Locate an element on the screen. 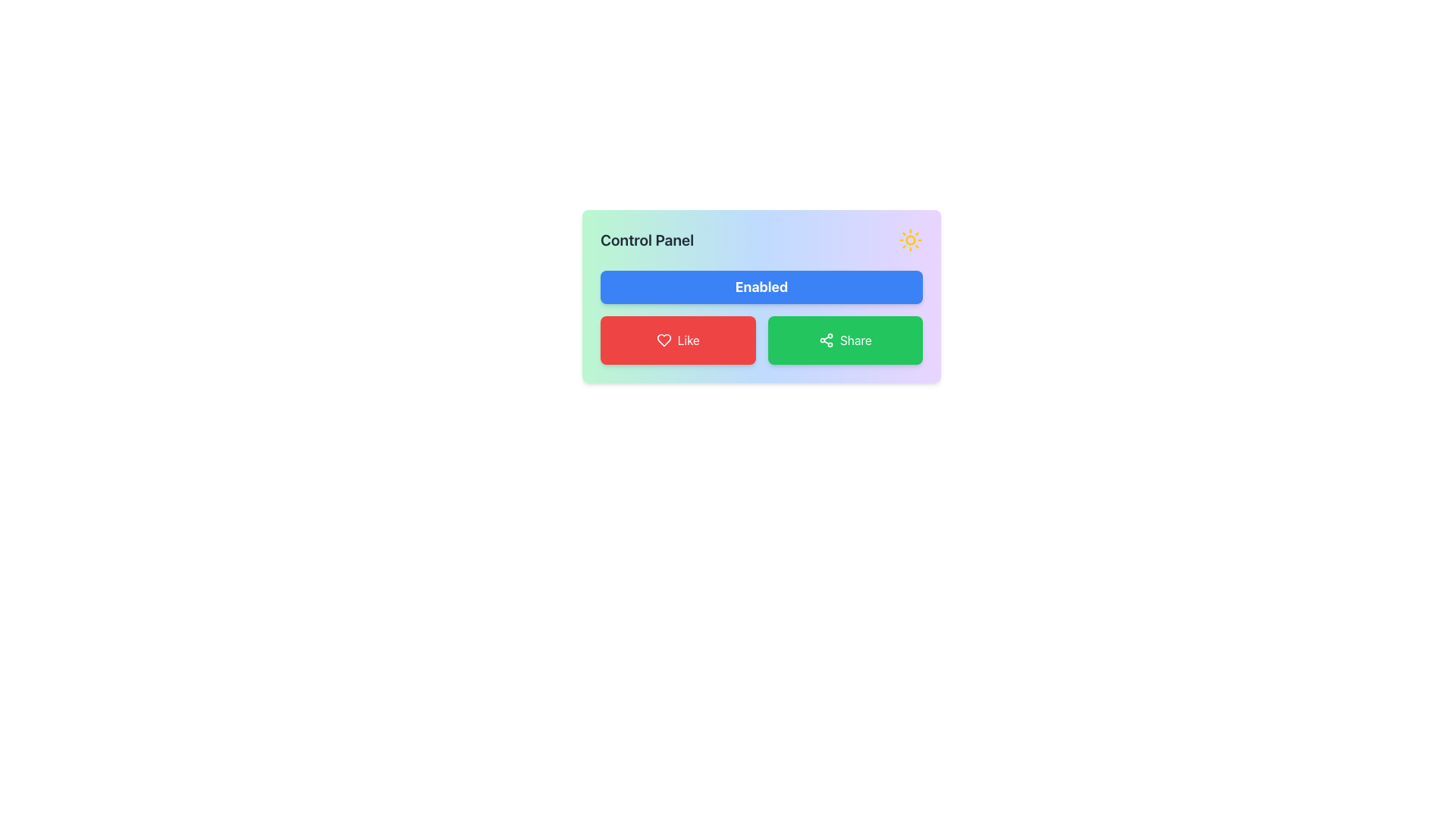 The image size is (1456, 819). the heart icon inside the red 'Like' button to express appreciation is located at coordinates (664, 339).